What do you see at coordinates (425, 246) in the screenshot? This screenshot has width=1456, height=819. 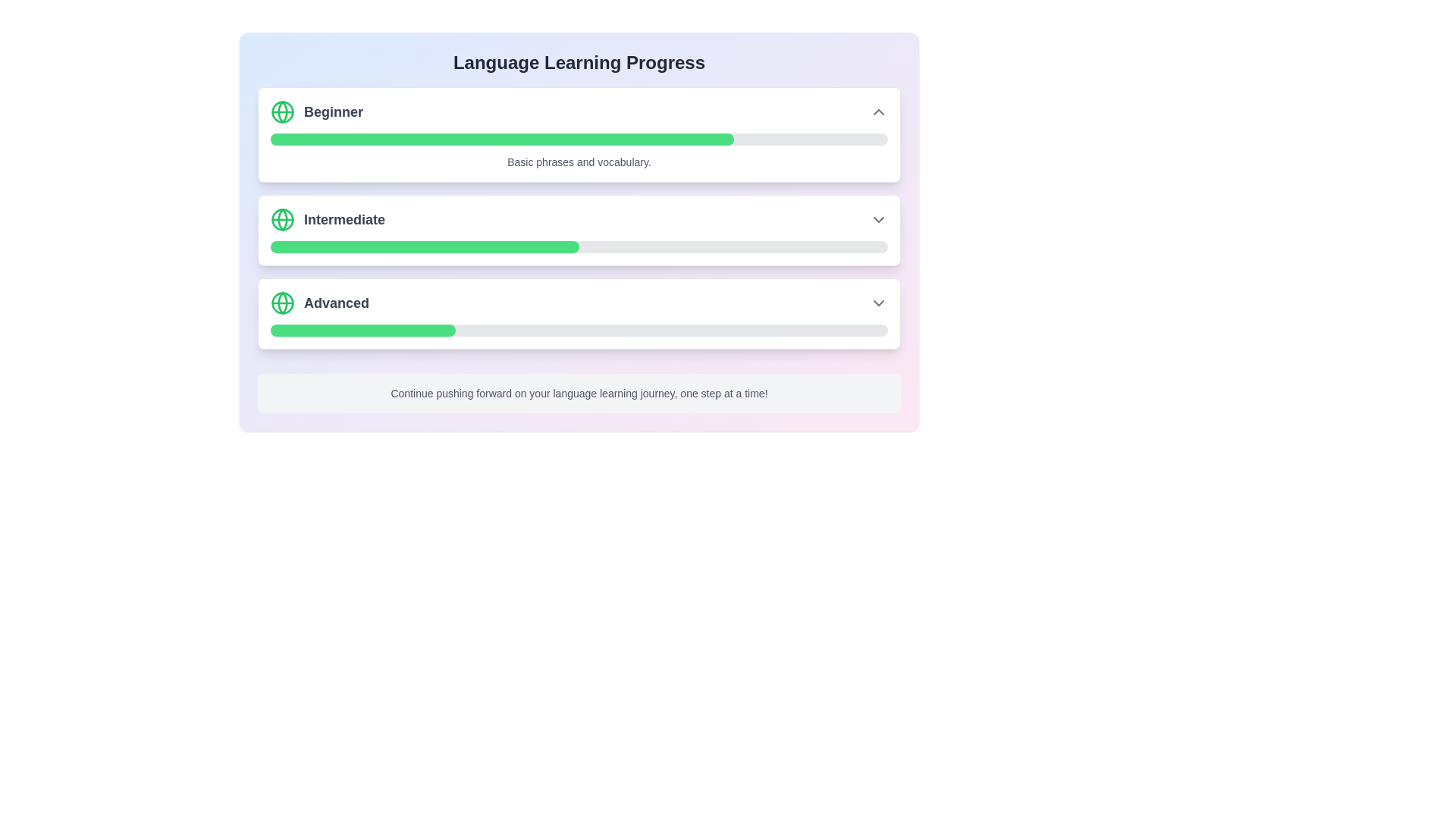 I see `the green progress bar indicating 50% completion within the gray background under the 'Intermediate' section` at bounding box center [425, 246].